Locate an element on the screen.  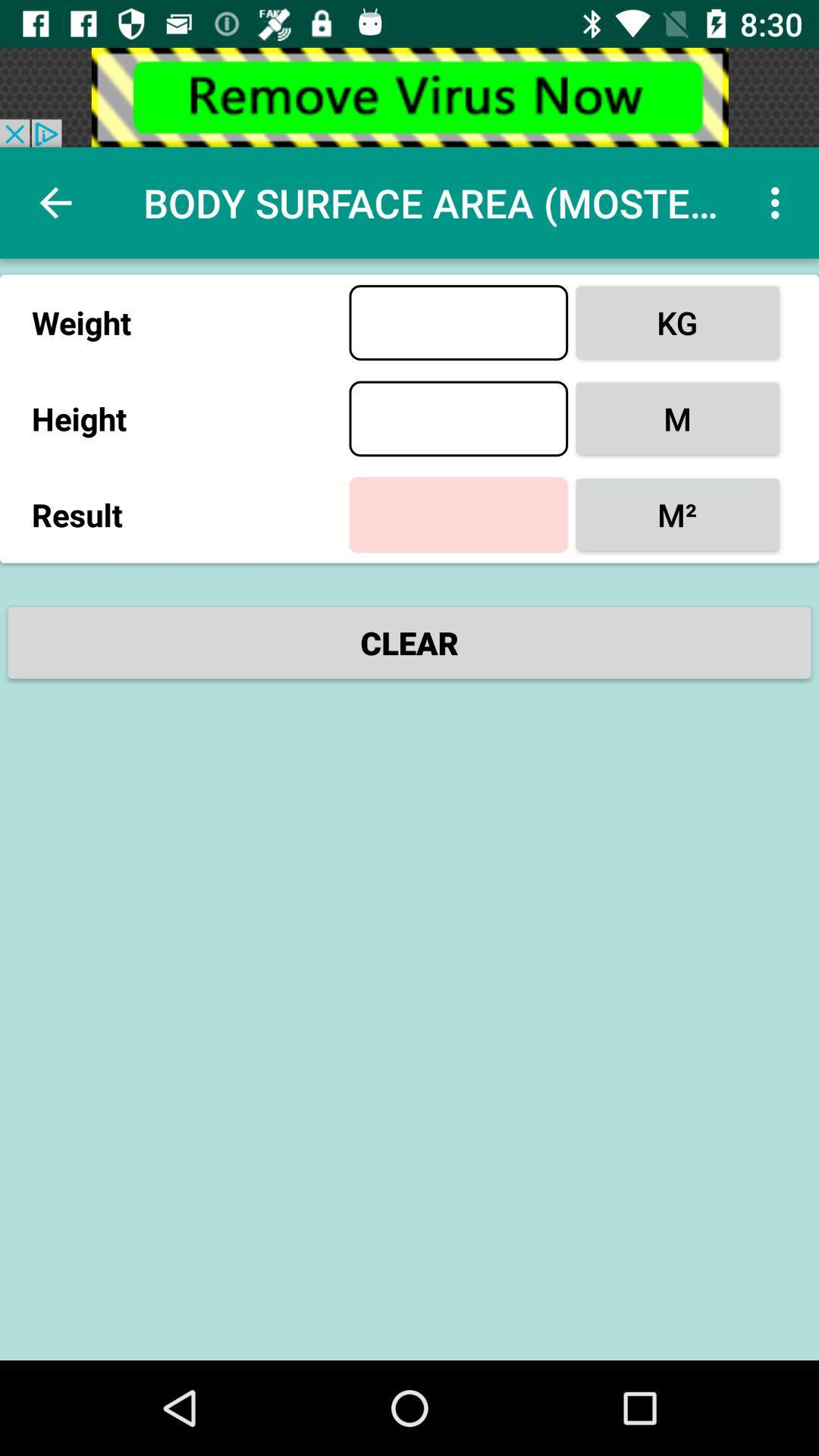
go weight option is located at coordinates (457, 322).